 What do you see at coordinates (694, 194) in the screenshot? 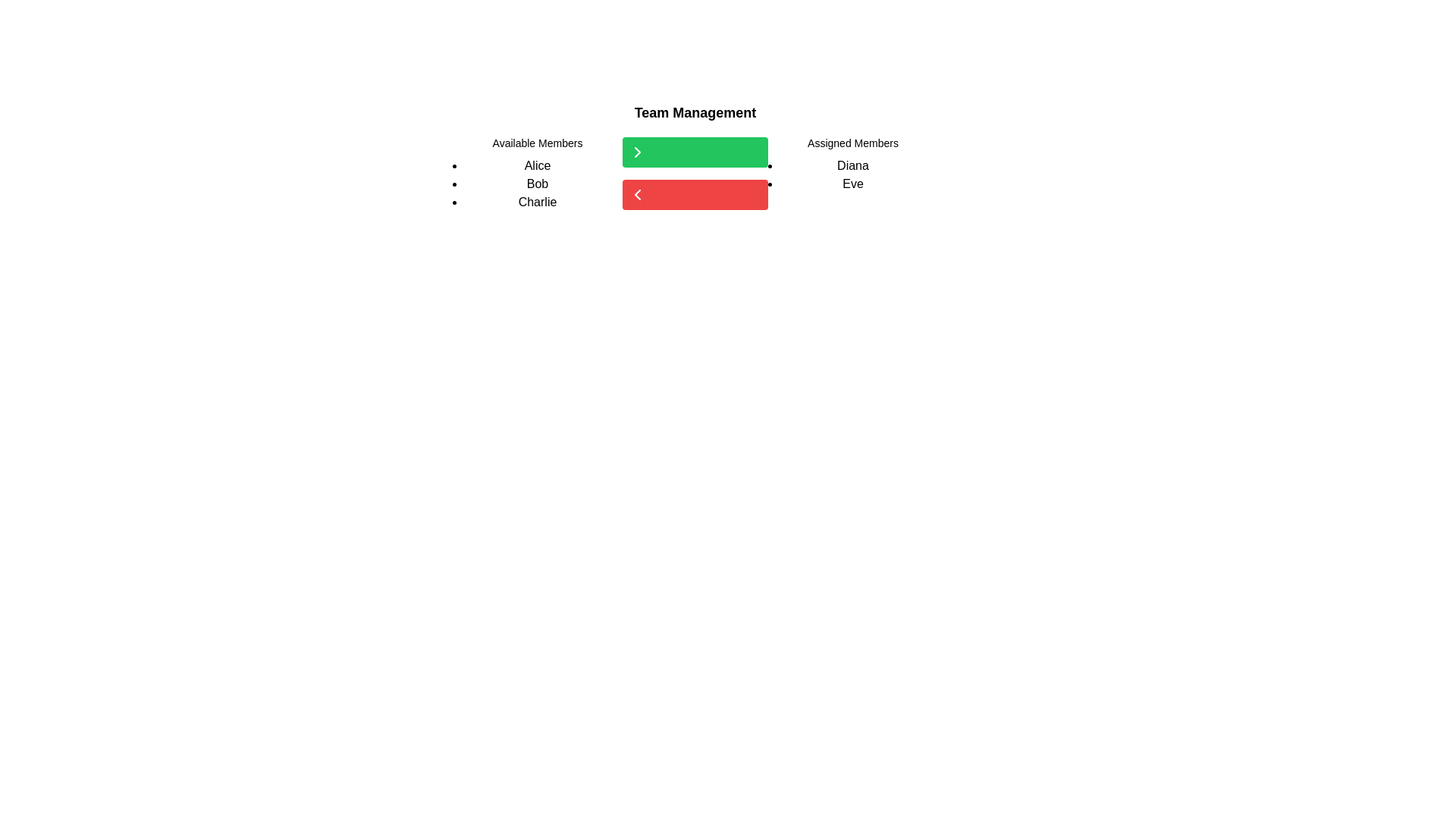
I see `the second button in the interface, located below the green button` at bounding box center [694, 194].